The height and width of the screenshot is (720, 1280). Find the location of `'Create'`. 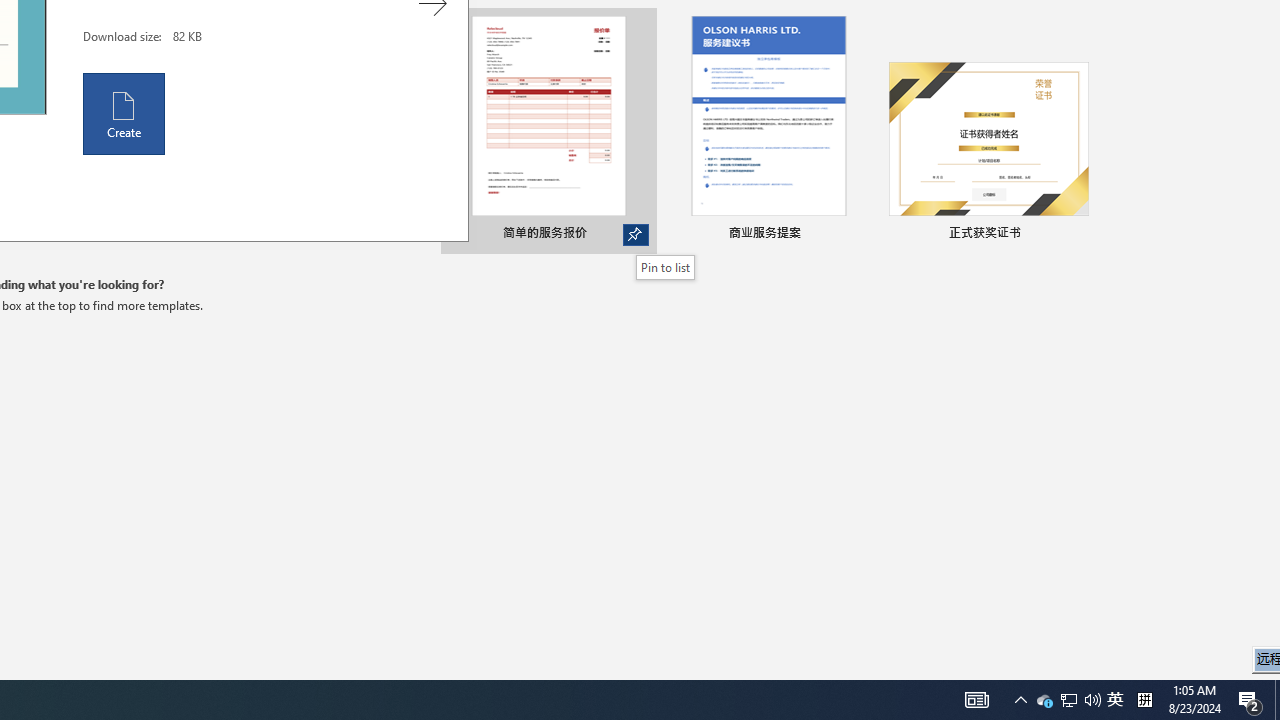

'Create' is located at coordinates (123, 113).